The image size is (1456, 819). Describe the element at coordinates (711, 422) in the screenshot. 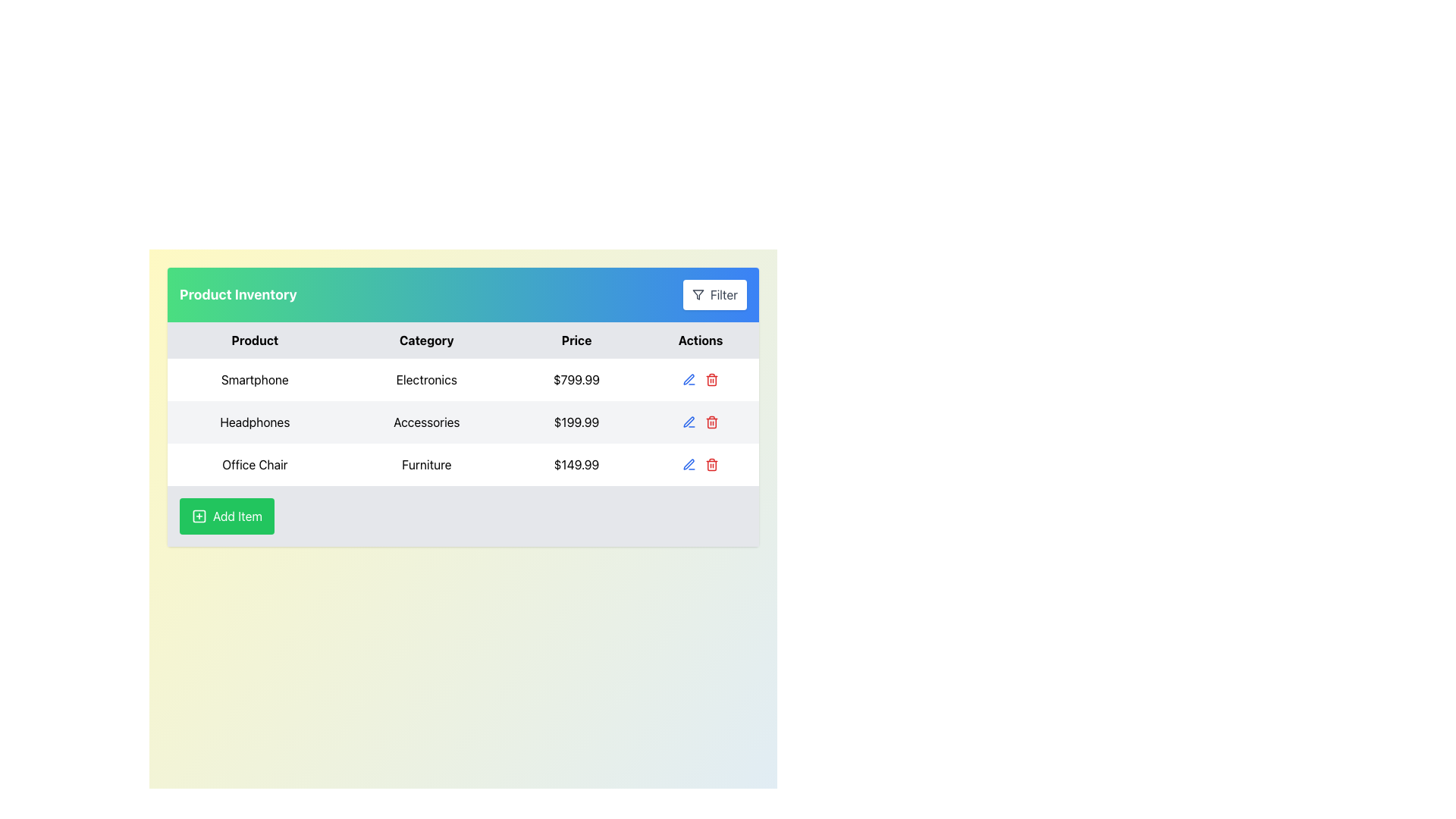

I see `the delete icon button located in the 'Actions' column of the second row in the 'Product Inventory' table` at that location.